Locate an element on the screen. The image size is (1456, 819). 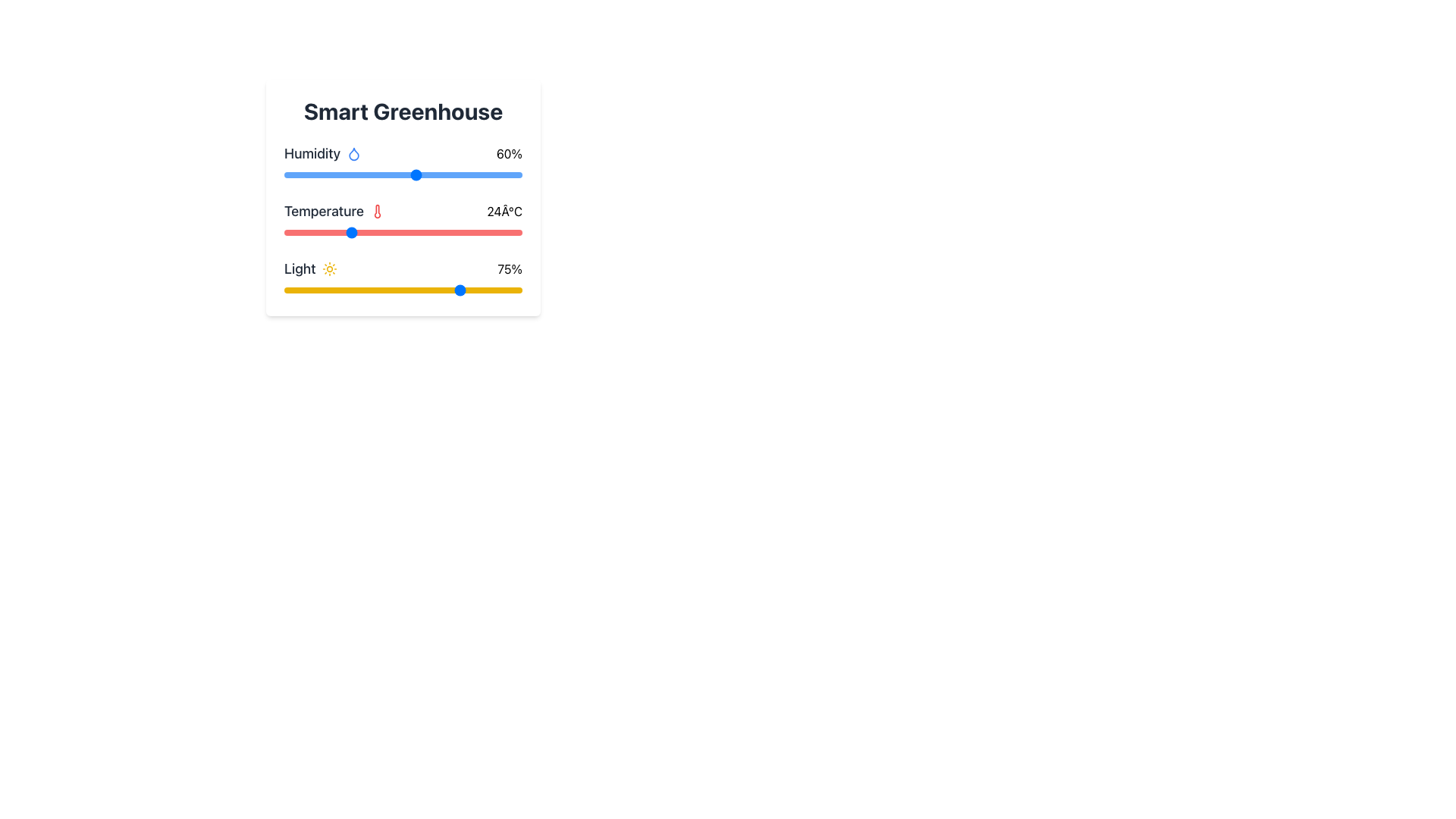
the temperature is located at coordinates (371, 233).